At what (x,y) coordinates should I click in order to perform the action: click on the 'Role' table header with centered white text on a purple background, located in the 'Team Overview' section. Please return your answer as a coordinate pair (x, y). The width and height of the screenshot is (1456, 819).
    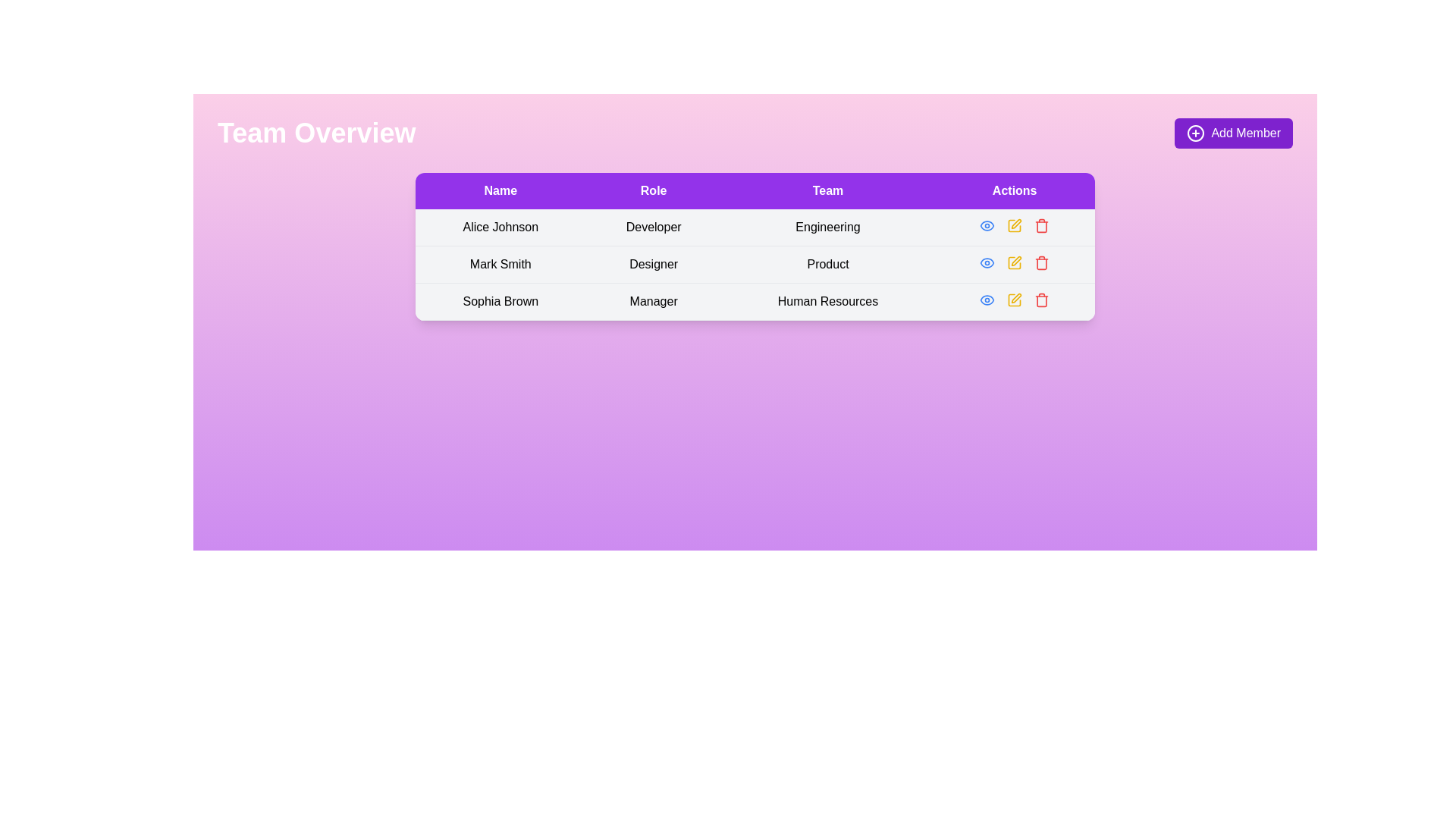
    Looking at the image, I should click on (654, 190).